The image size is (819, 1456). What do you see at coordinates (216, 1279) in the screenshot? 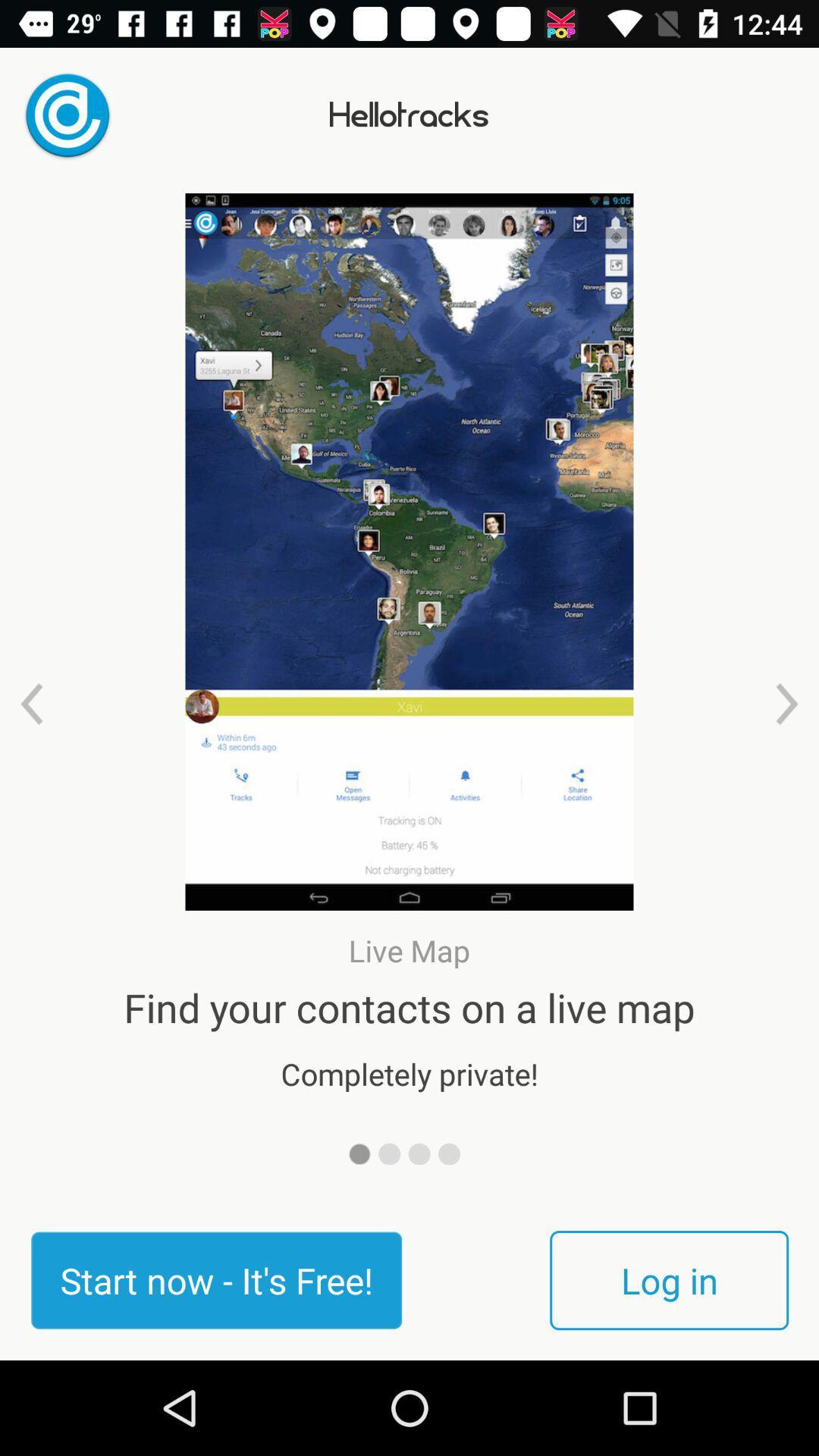
I see `the start now it at the bottom left corner` at bounding box center [216, 1279].